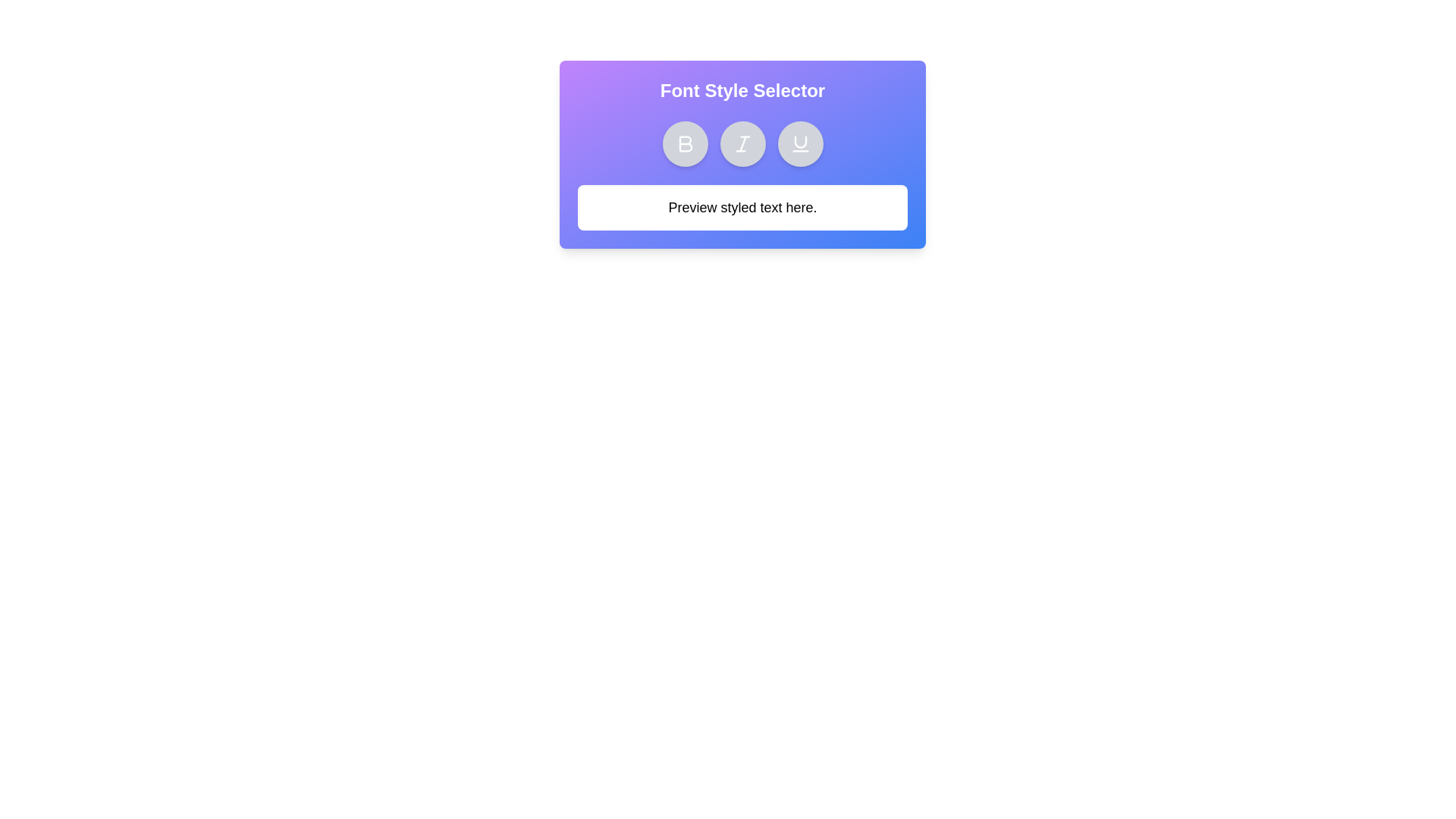 The image size is (1456, 819). What do you see at coordinates (684, 143) in the screenshot?
I see `the left button to toggle the bold font style` at bounding box center [684, 143].